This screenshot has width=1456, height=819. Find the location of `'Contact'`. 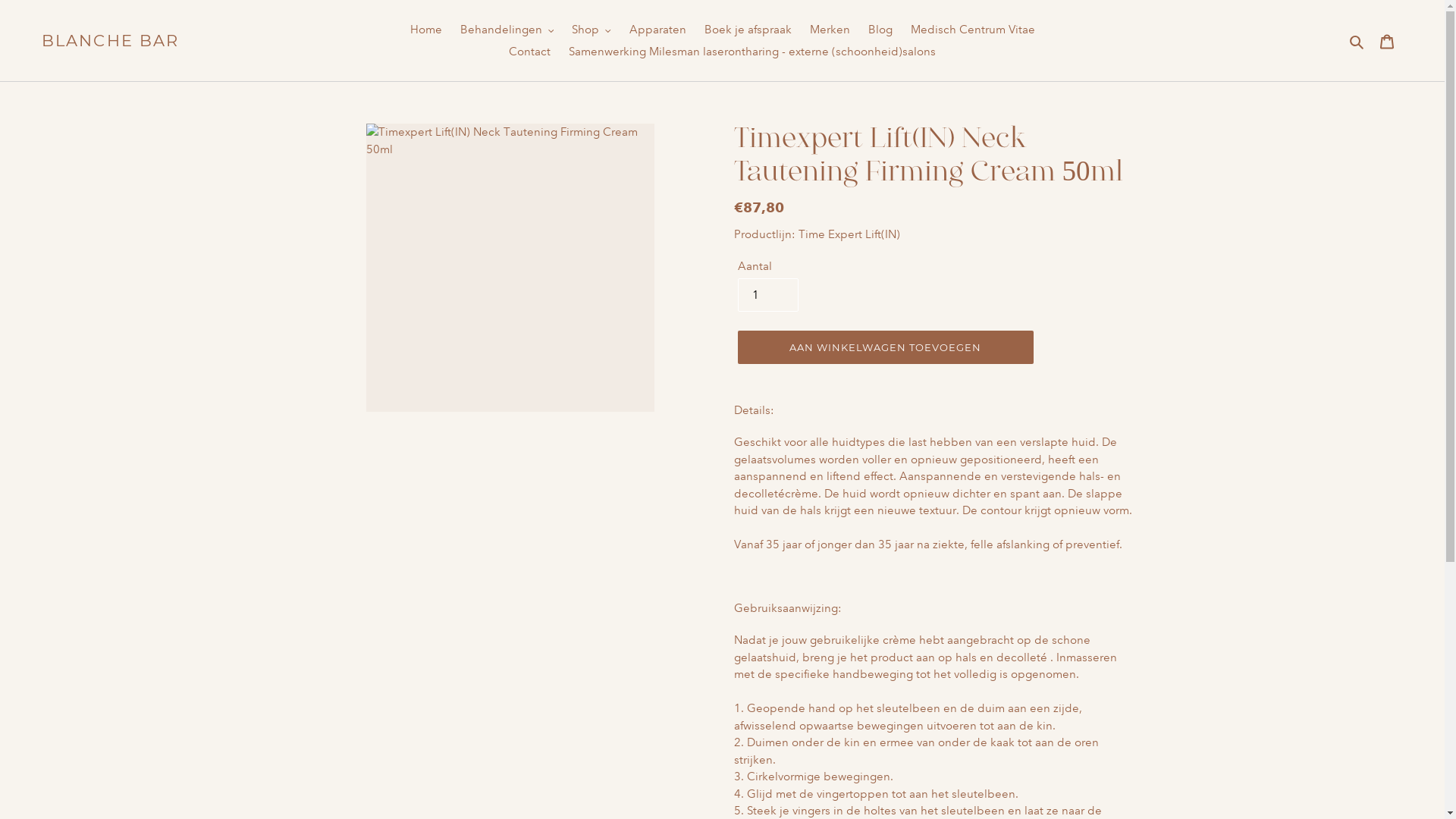

'Contact' is located at coordinates (529, 51).